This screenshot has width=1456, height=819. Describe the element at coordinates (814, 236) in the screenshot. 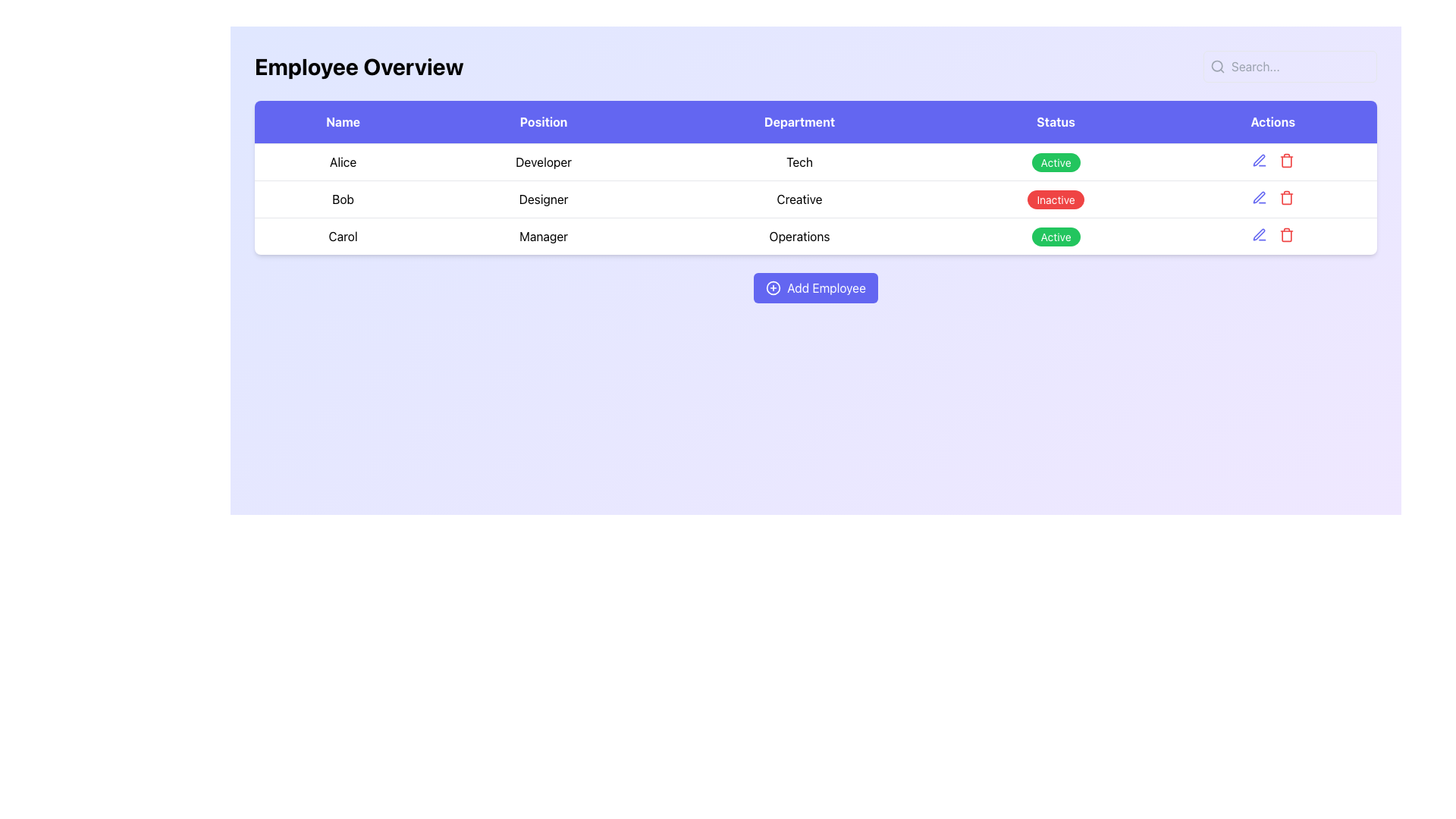

I see `the third row of the employee overview table that displays the name 'Carol', position 'Manager', department 'Operations', and status 'Active'` at that location.